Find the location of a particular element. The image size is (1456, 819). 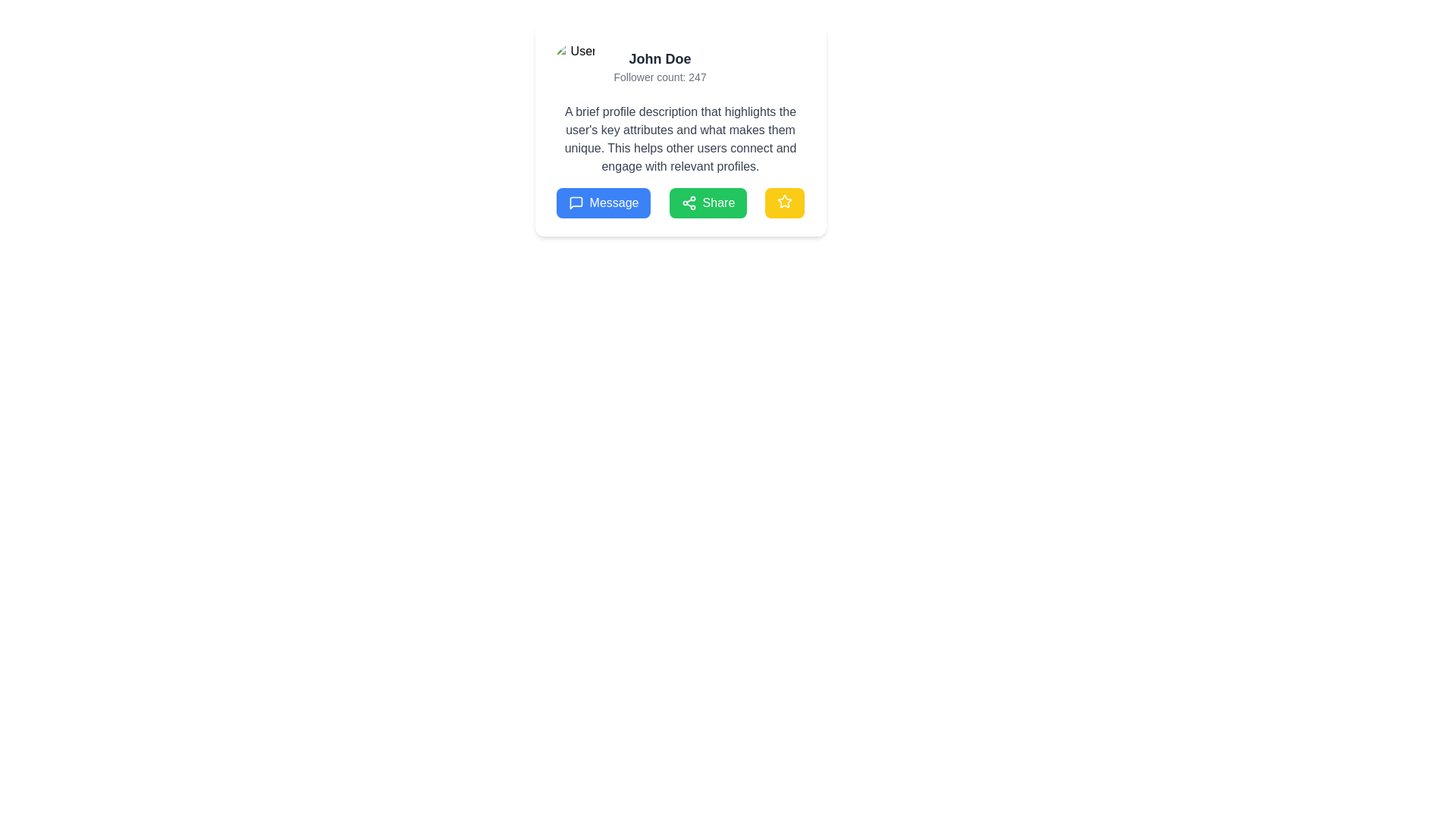

the Text display element that shows 'John Doe' and 'Follower count: 247', located at the top of the interface, aligned with the profile picture is located at coordinates (660, 66).